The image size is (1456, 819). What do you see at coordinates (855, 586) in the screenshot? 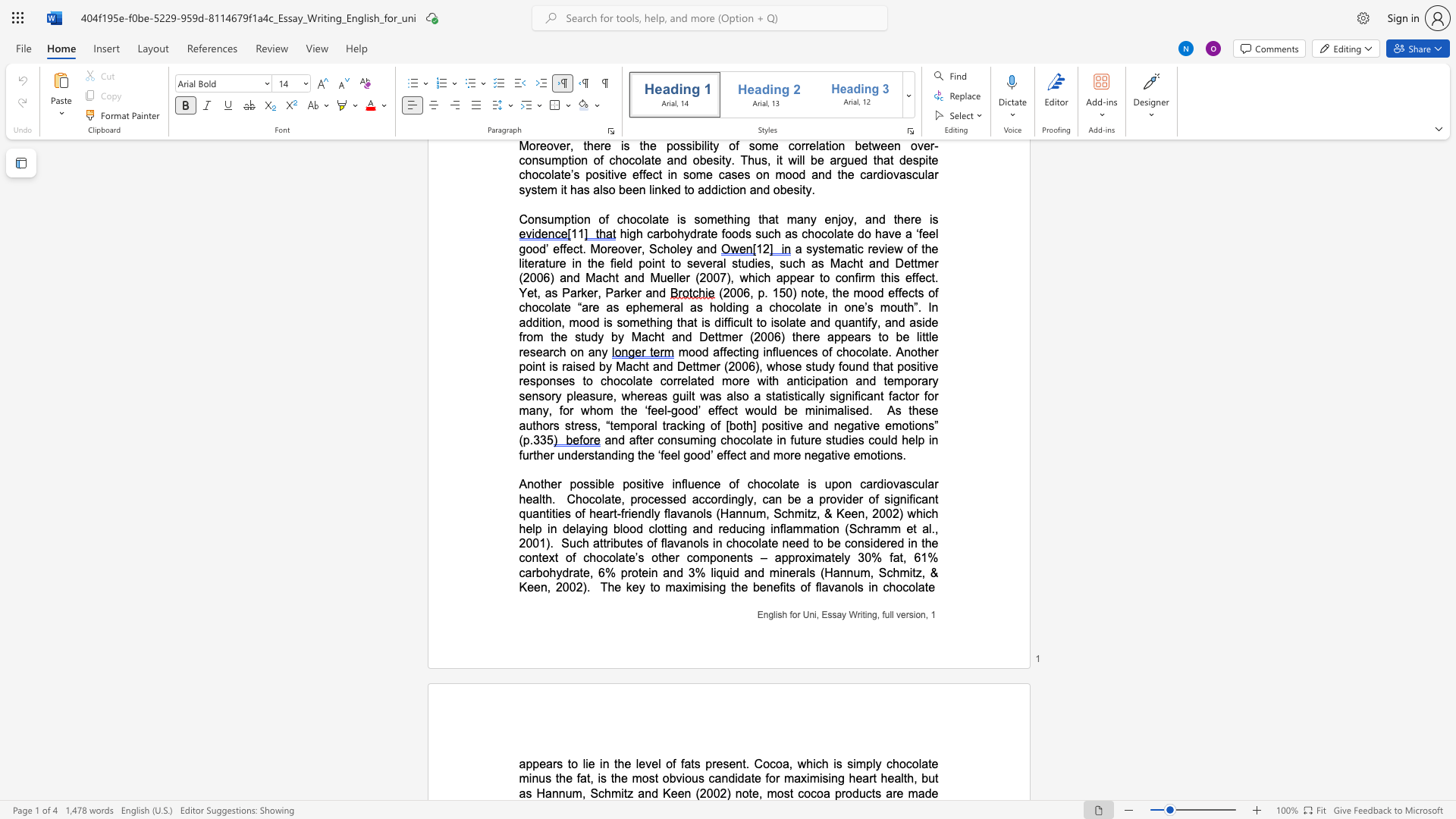
I see `the subset text "ls in" within the text "The key to maximising the benefits of flavanols in chocolate"` at bounding box center [855, 586].